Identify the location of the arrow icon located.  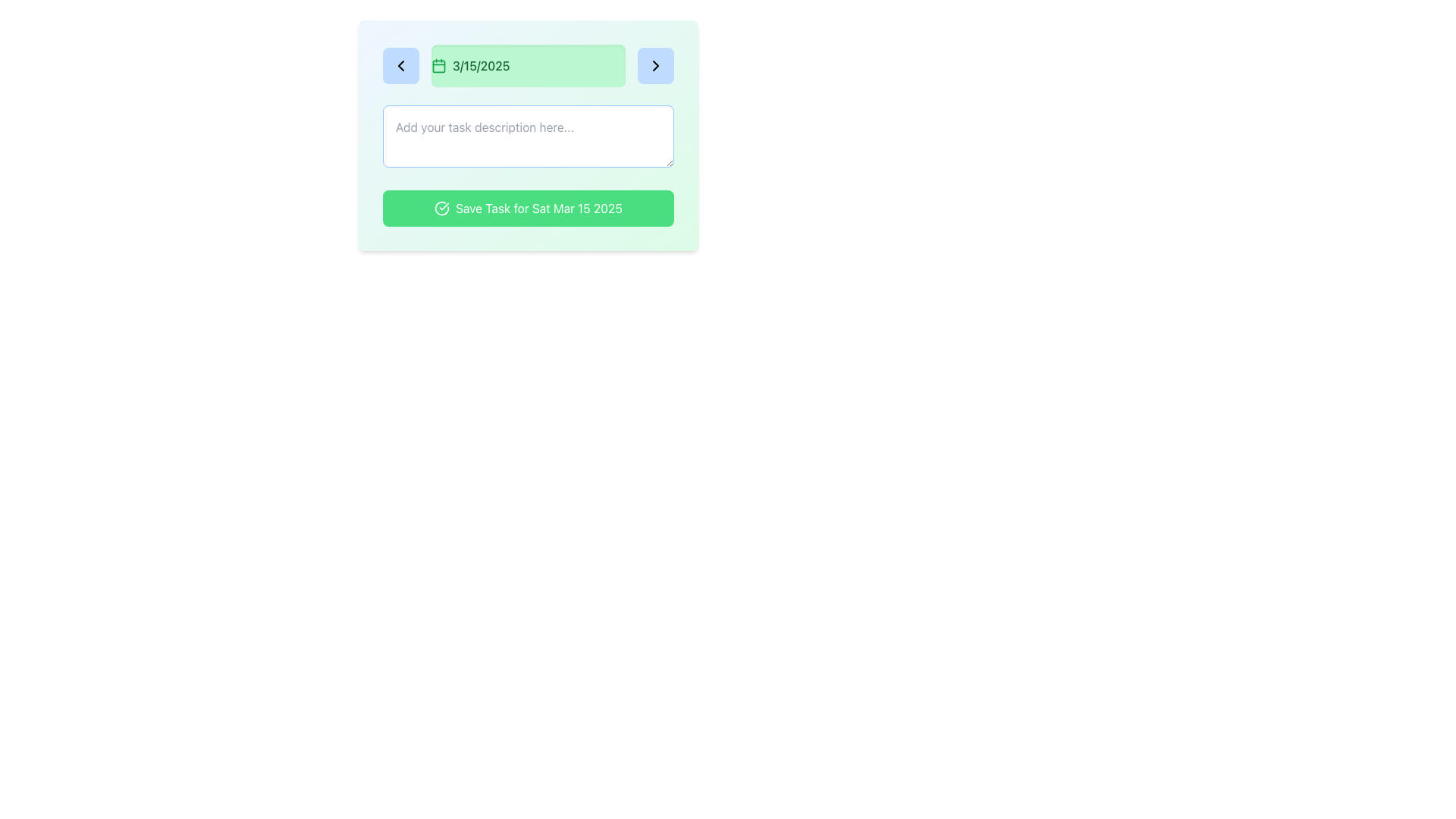
(655, 65).